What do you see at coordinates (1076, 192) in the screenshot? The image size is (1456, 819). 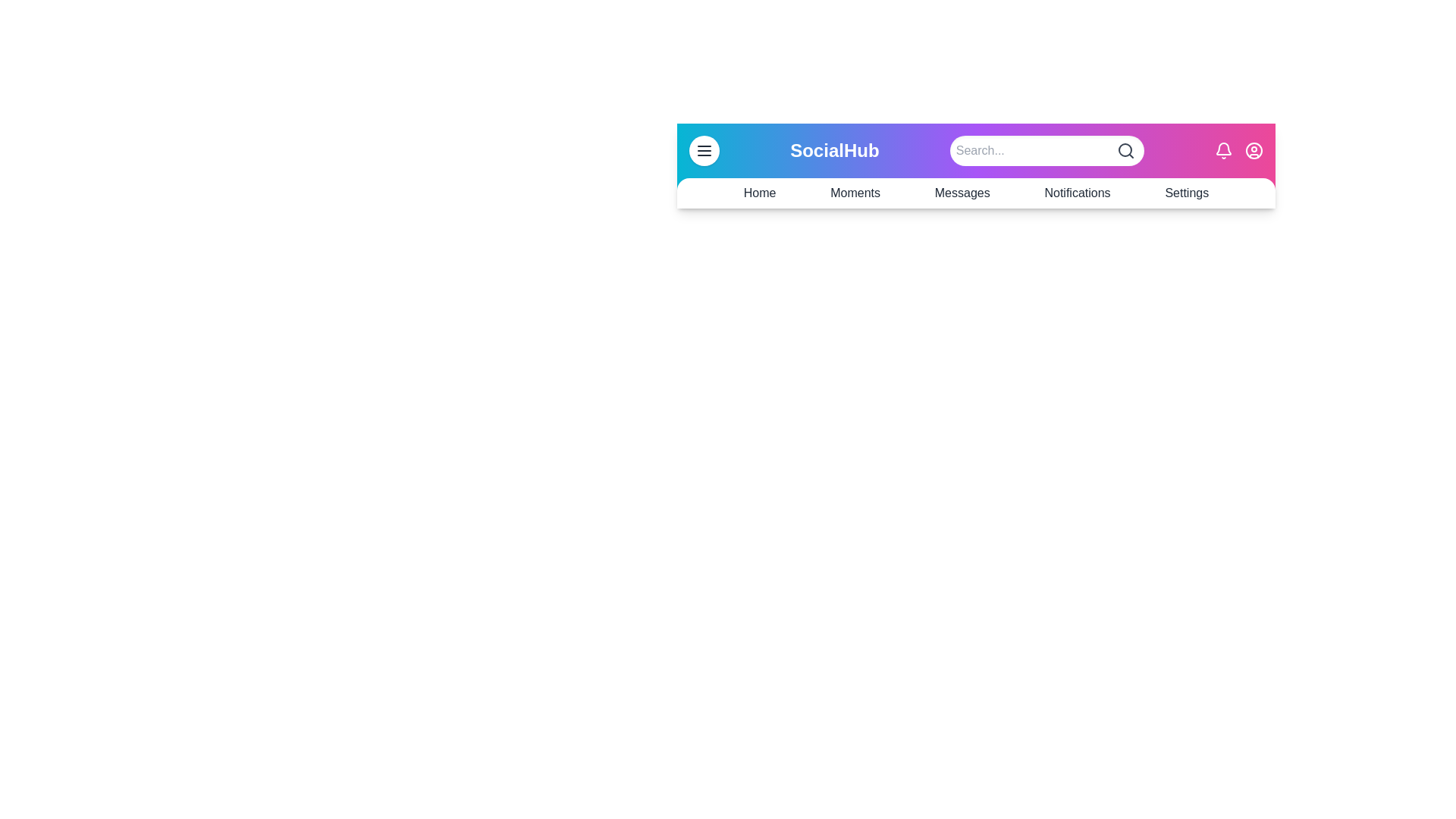 I see `the navigation link labeled Notifications` at bounding box center [1076, 192].